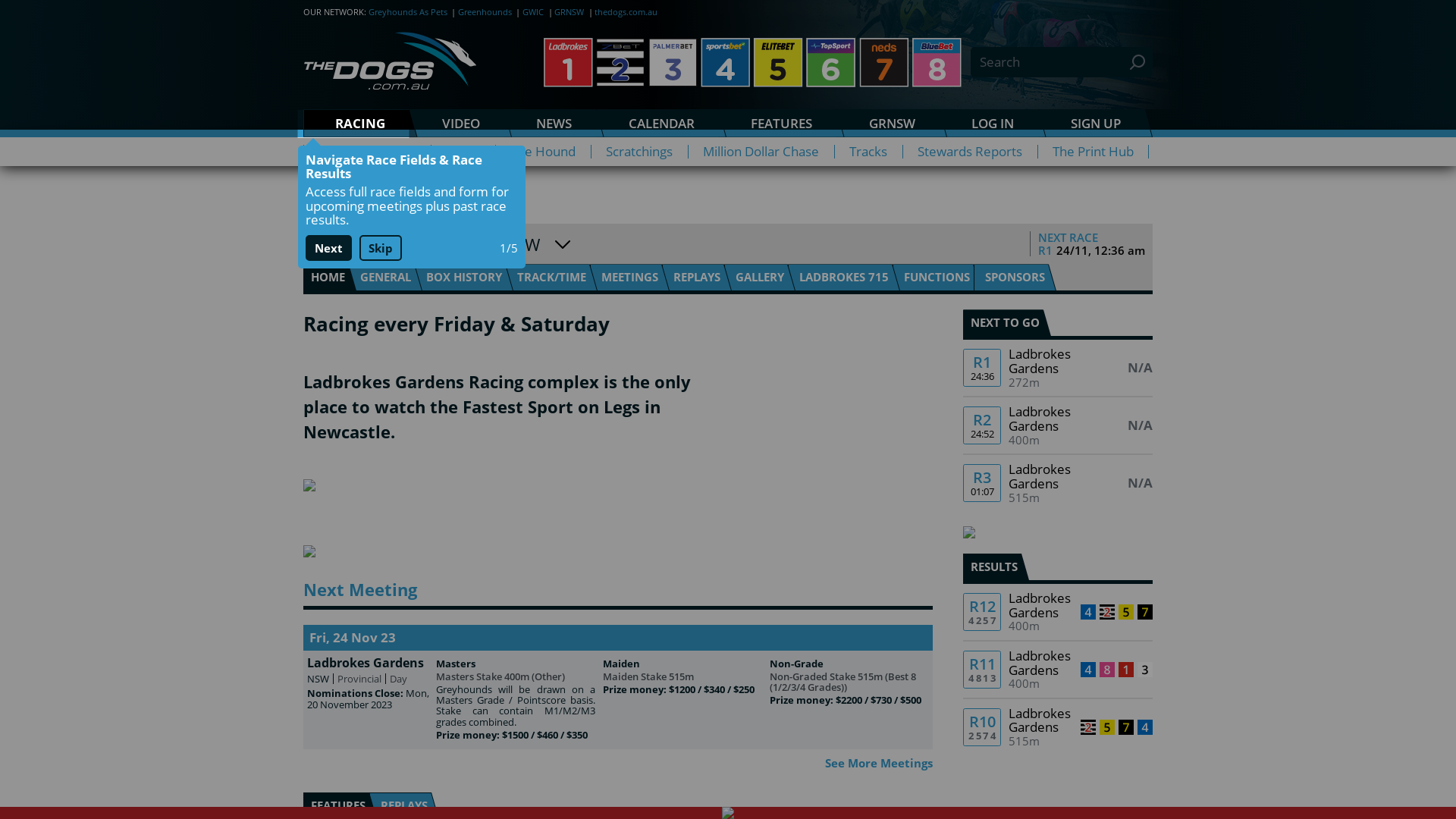 Image resolution: width=1456 pixels, height=819 pixels. Describe the element at coordinates (962, 726) in the screenshot. I see `'R10` at that location.